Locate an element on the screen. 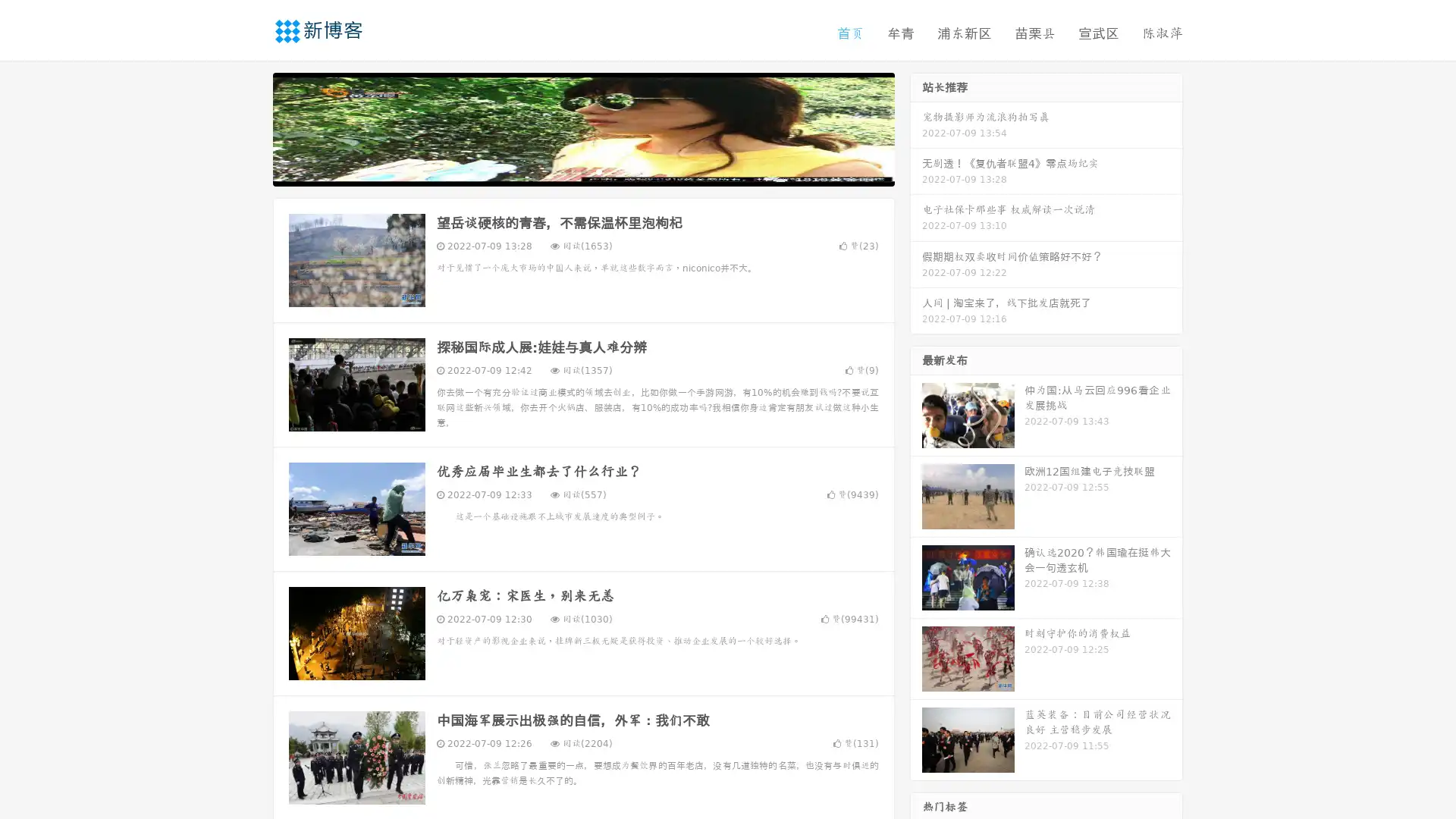 Image resolution: width=1456 pixels, height=819 pixels. Go to slide 2 is located at coordinates (582, 171).